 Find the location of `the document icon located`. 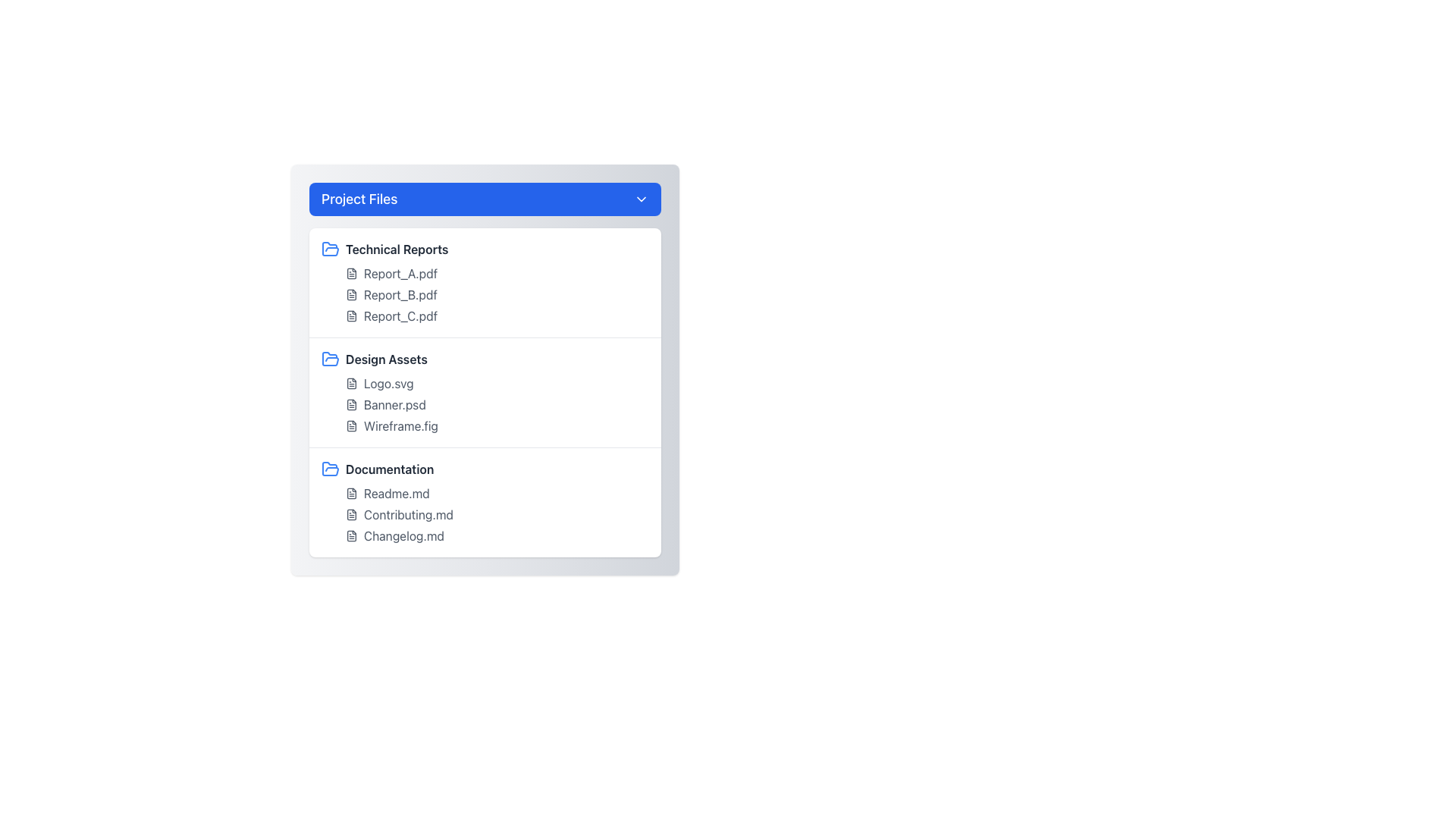

the document icon located is located at coordinates (351, 513).